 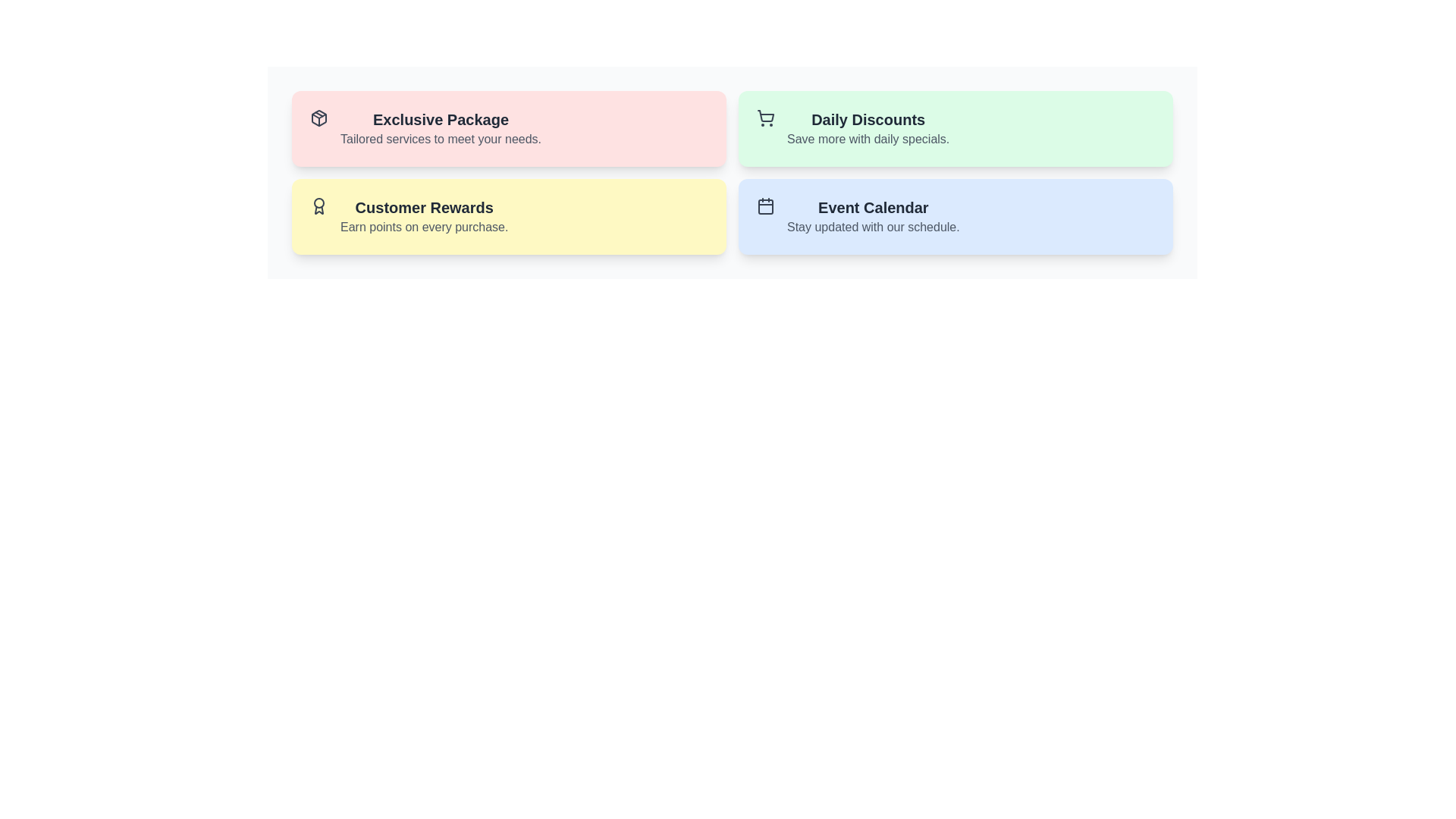 What do you see at coordinates (873, 207) in the screenshot?
I see `the 'Event Calendar' text label` at bounding box center [873, 207].